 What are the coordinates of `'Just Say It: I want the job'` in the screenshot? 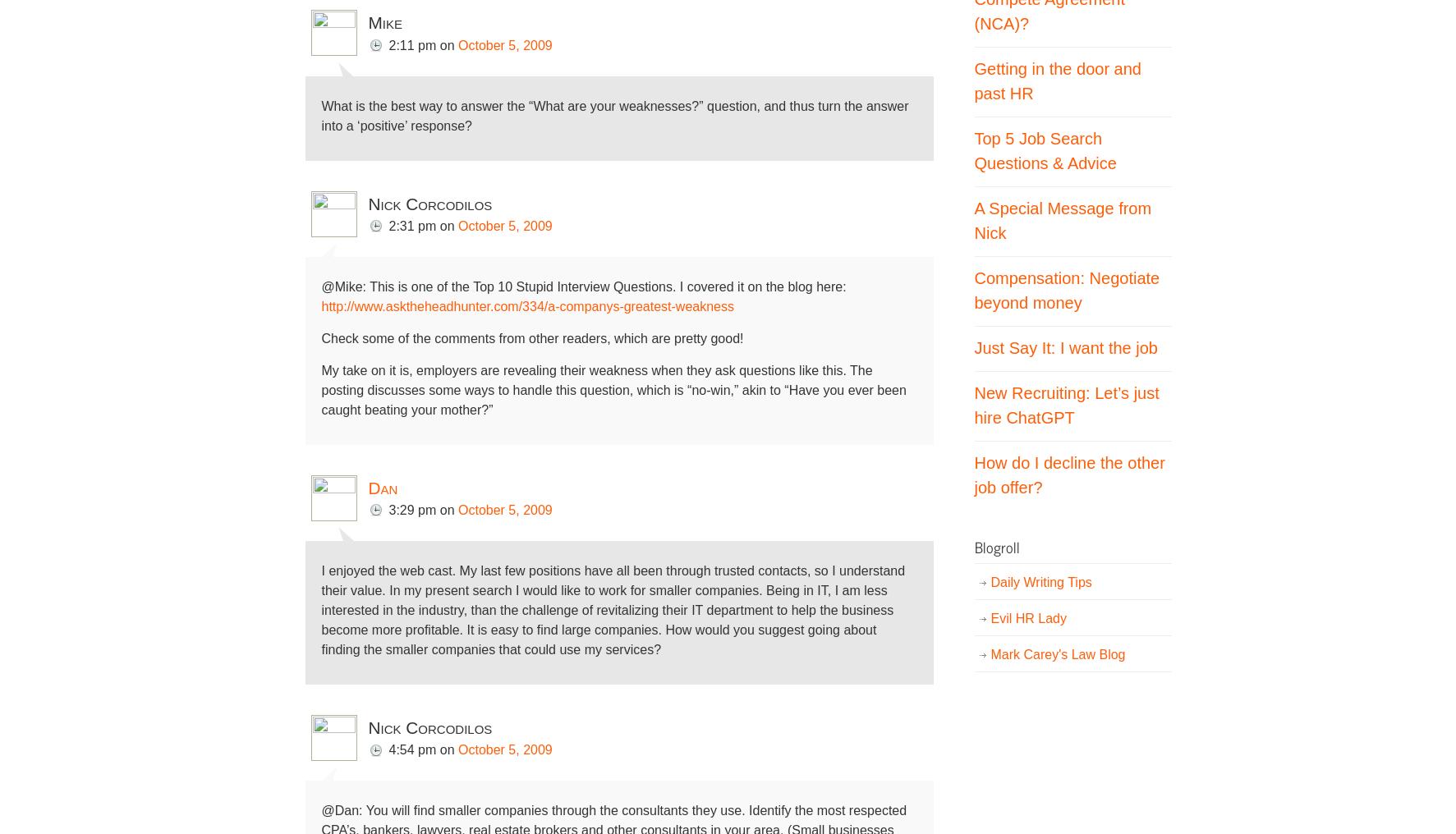 It's located at (1065, 346).